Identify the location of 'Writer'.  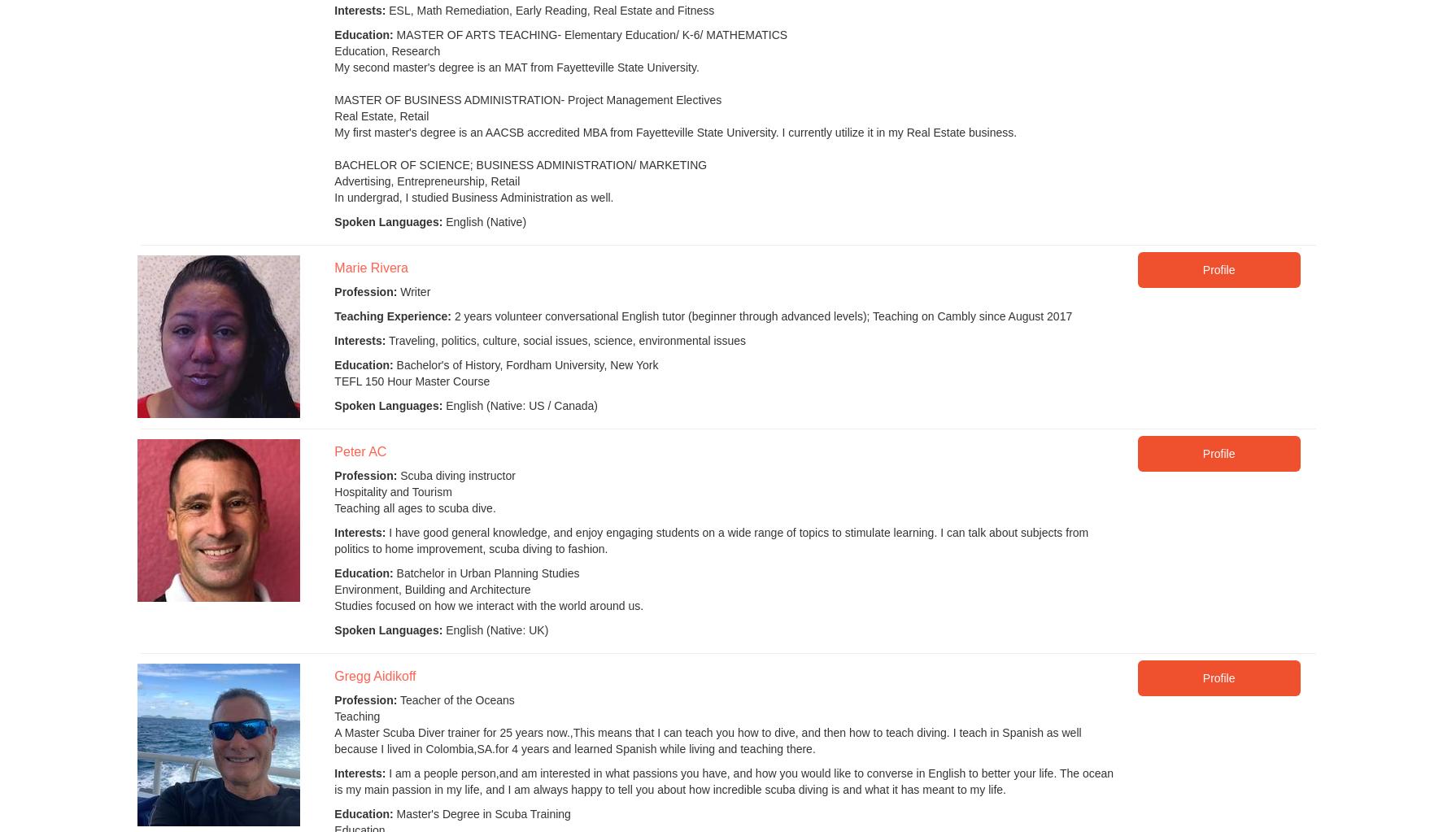
(412, 290).